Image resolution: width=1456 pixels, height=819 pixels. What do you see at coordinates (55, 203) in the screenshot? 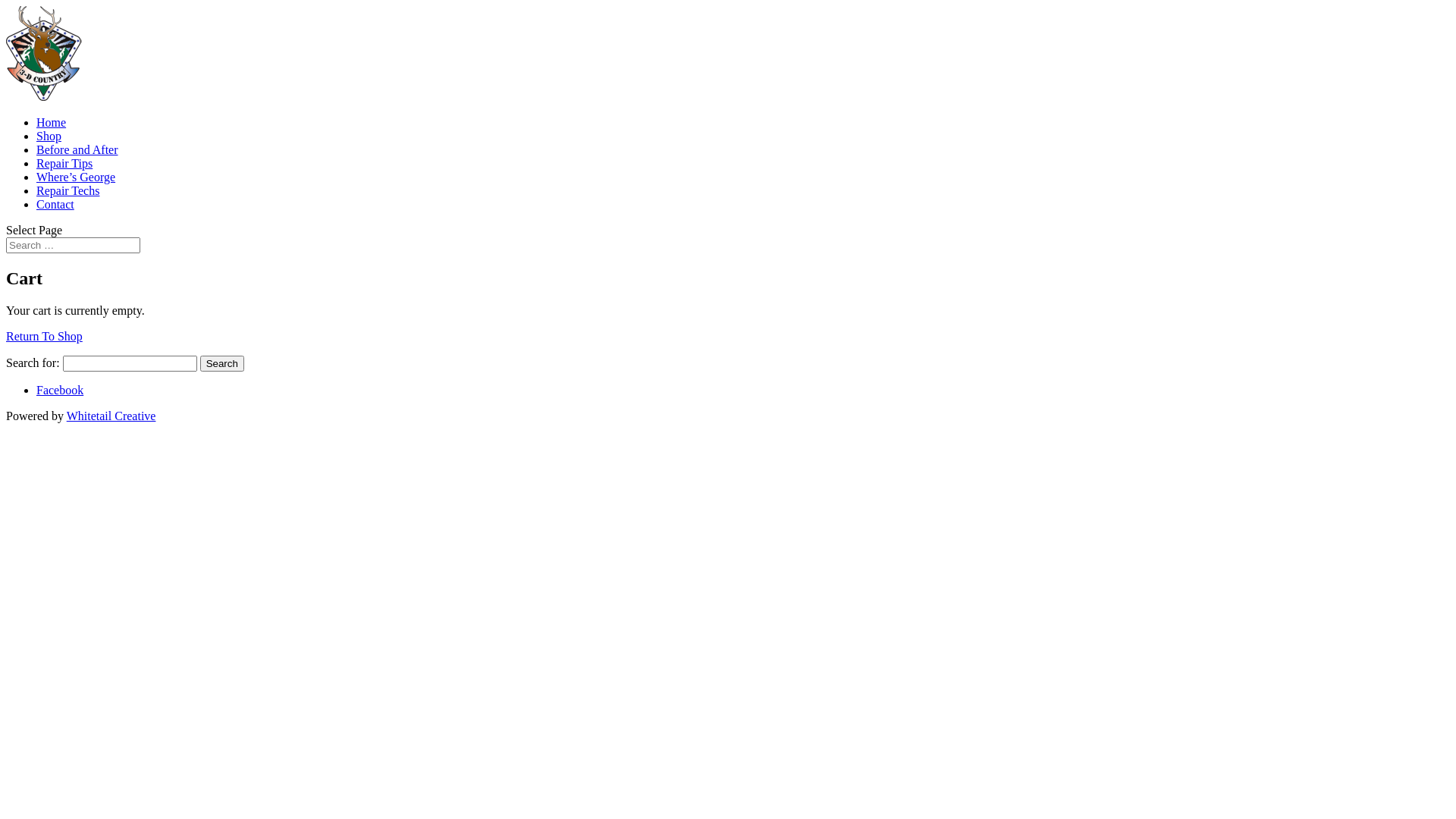
I see `'Contact'` at bounding box center [55, 203].